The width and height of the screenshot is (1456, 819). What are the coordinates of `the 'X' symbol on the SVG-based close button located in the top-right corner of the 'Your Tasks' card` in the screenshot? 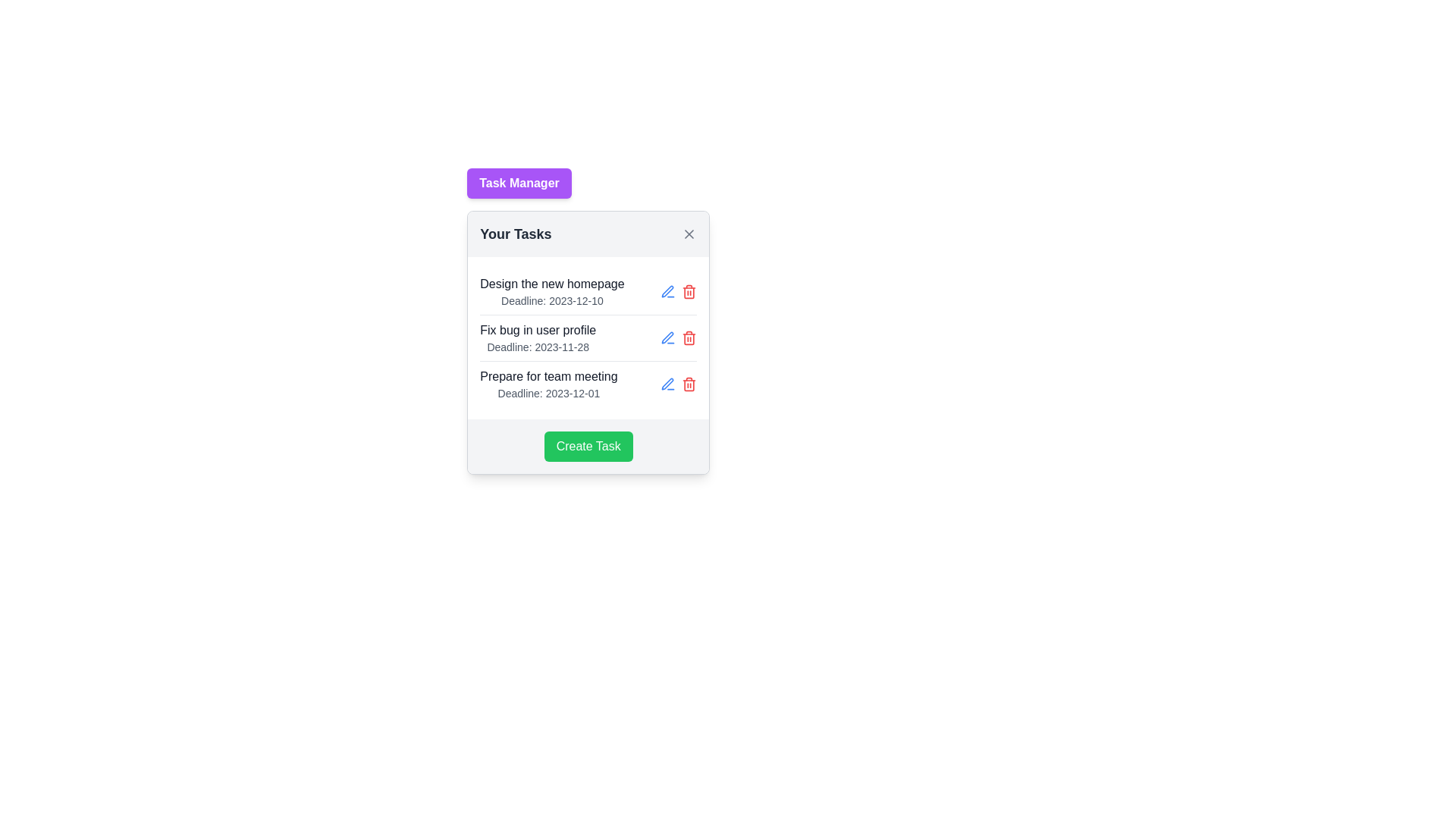 It's located at (689, 234).